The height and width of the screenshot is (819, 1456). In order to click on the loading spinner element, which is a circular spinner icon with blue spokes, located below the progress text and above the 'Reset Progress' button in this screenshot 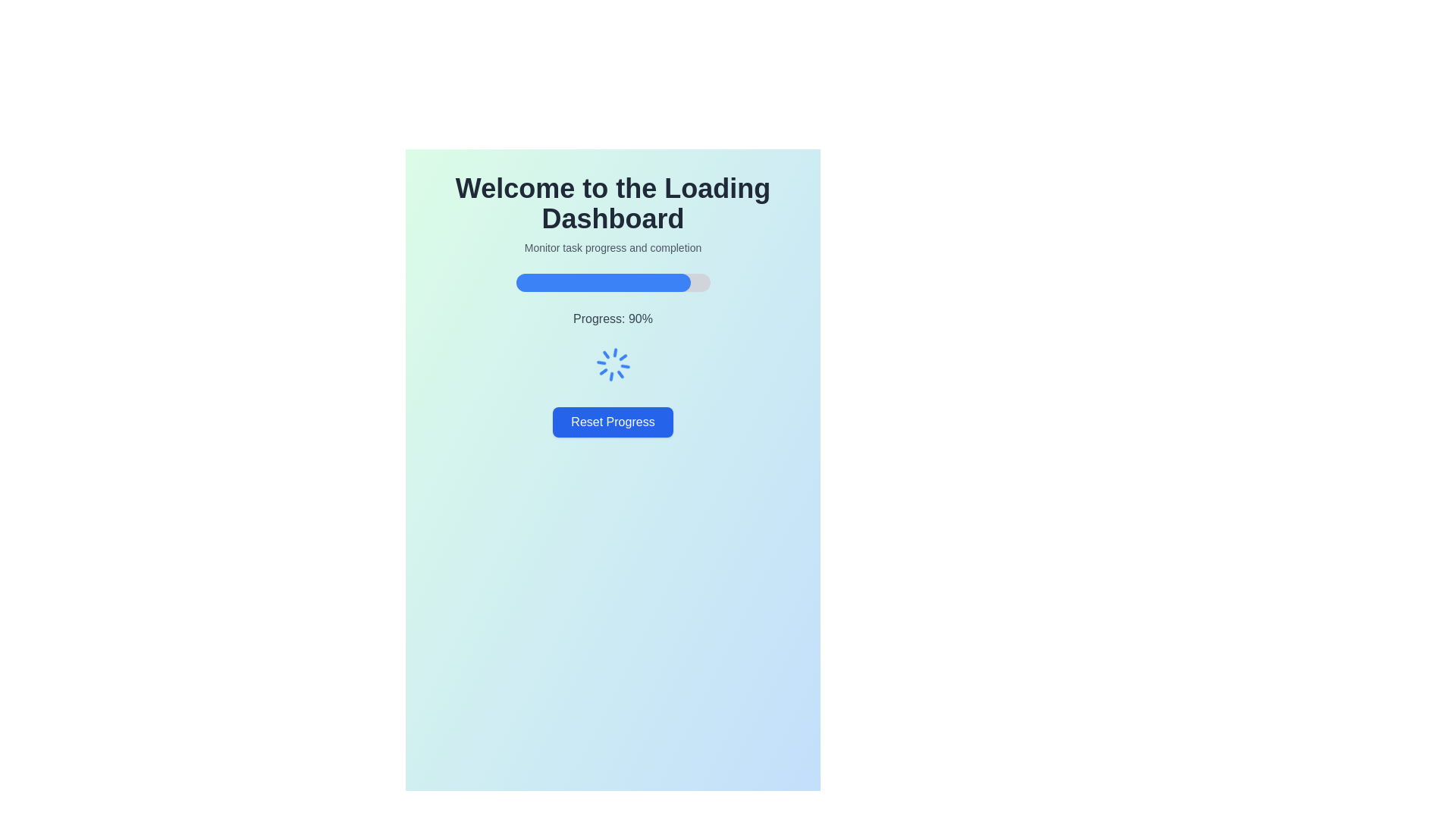, I will do `click(613, 365)`.